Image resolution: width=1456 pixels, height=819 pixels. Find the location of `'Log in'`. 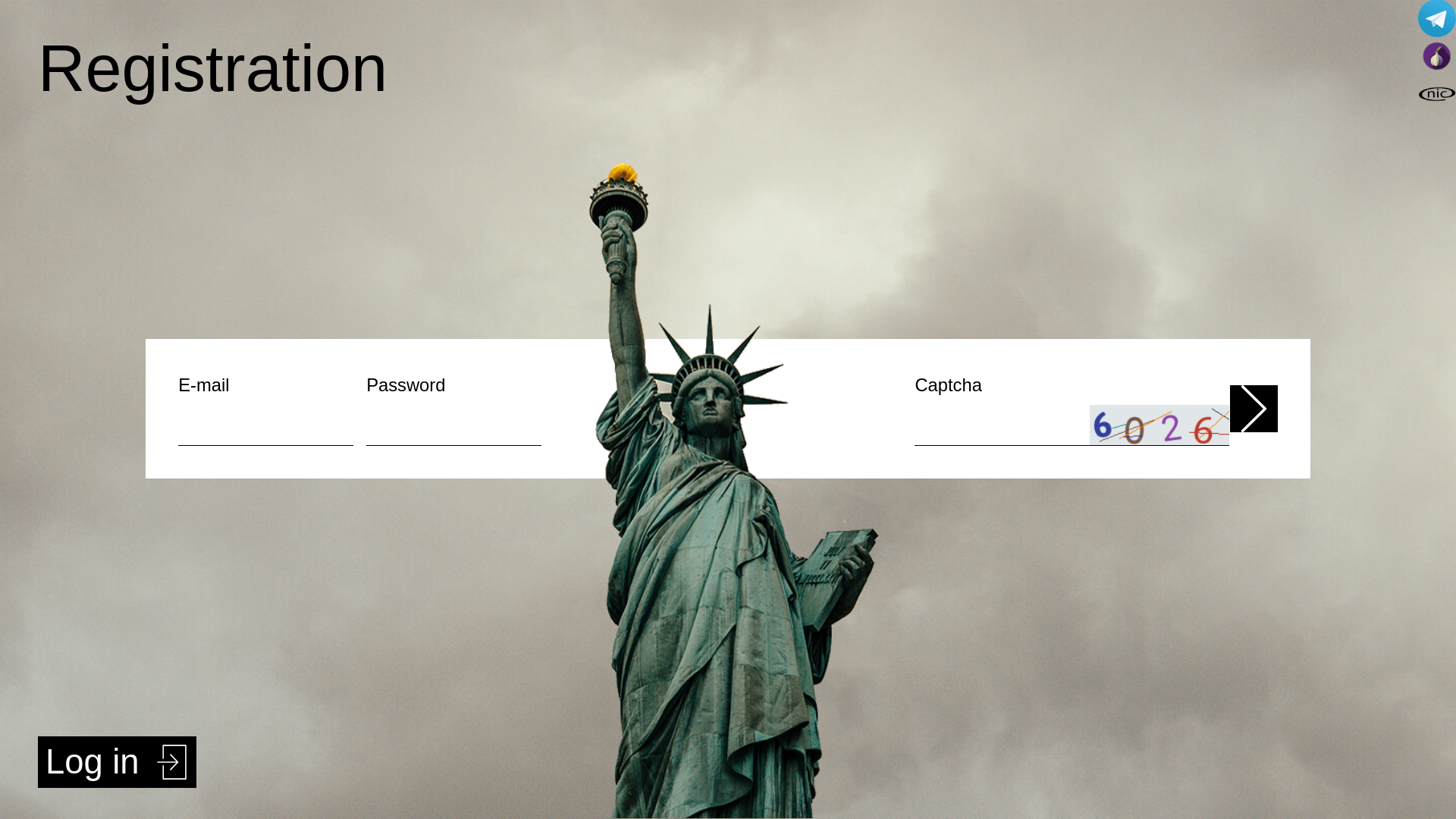

'Log in' is located at coordinates (116, 762).